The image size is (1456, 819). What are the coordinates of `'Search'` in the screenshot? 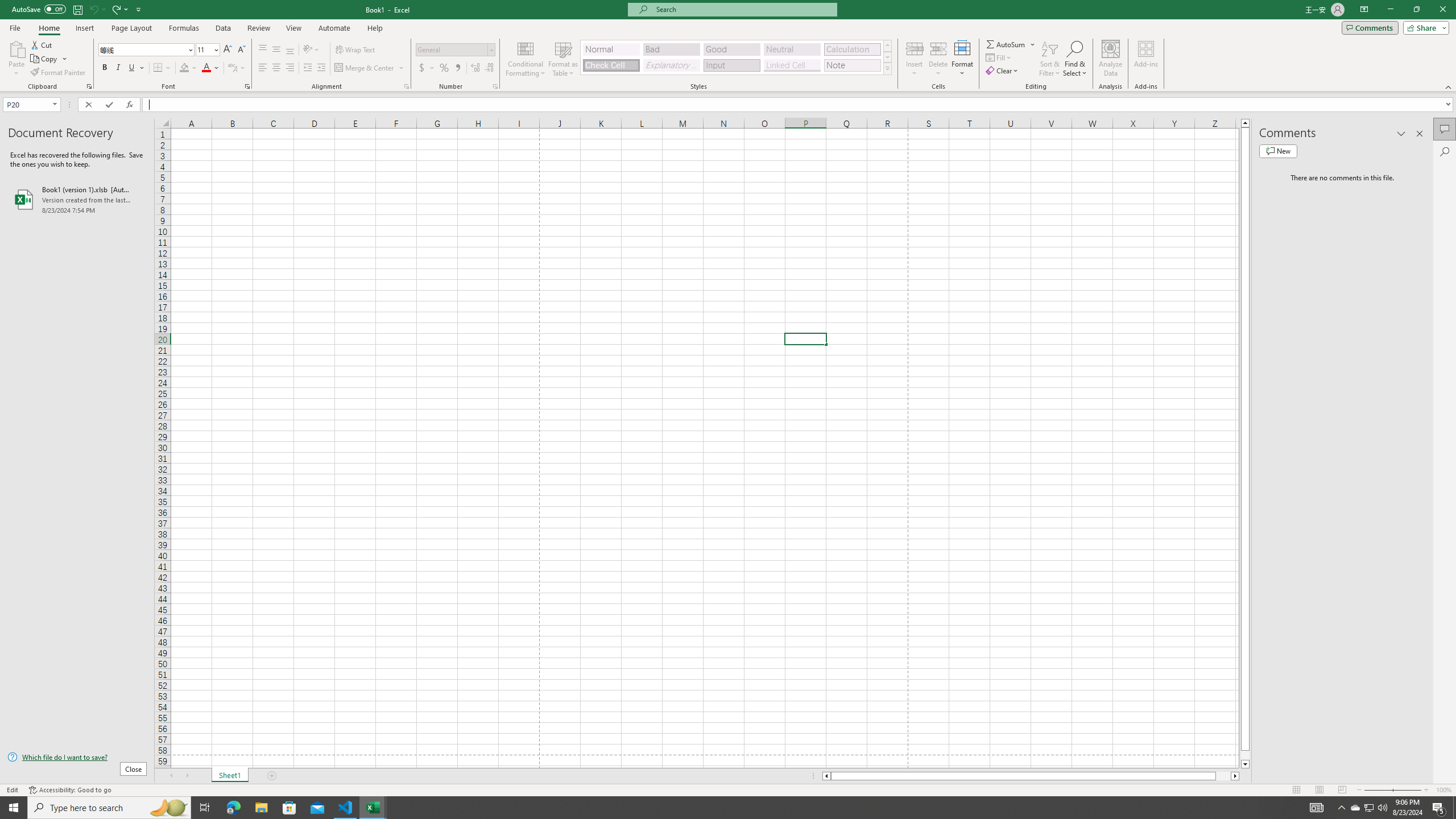 It's located at (1444, 152).